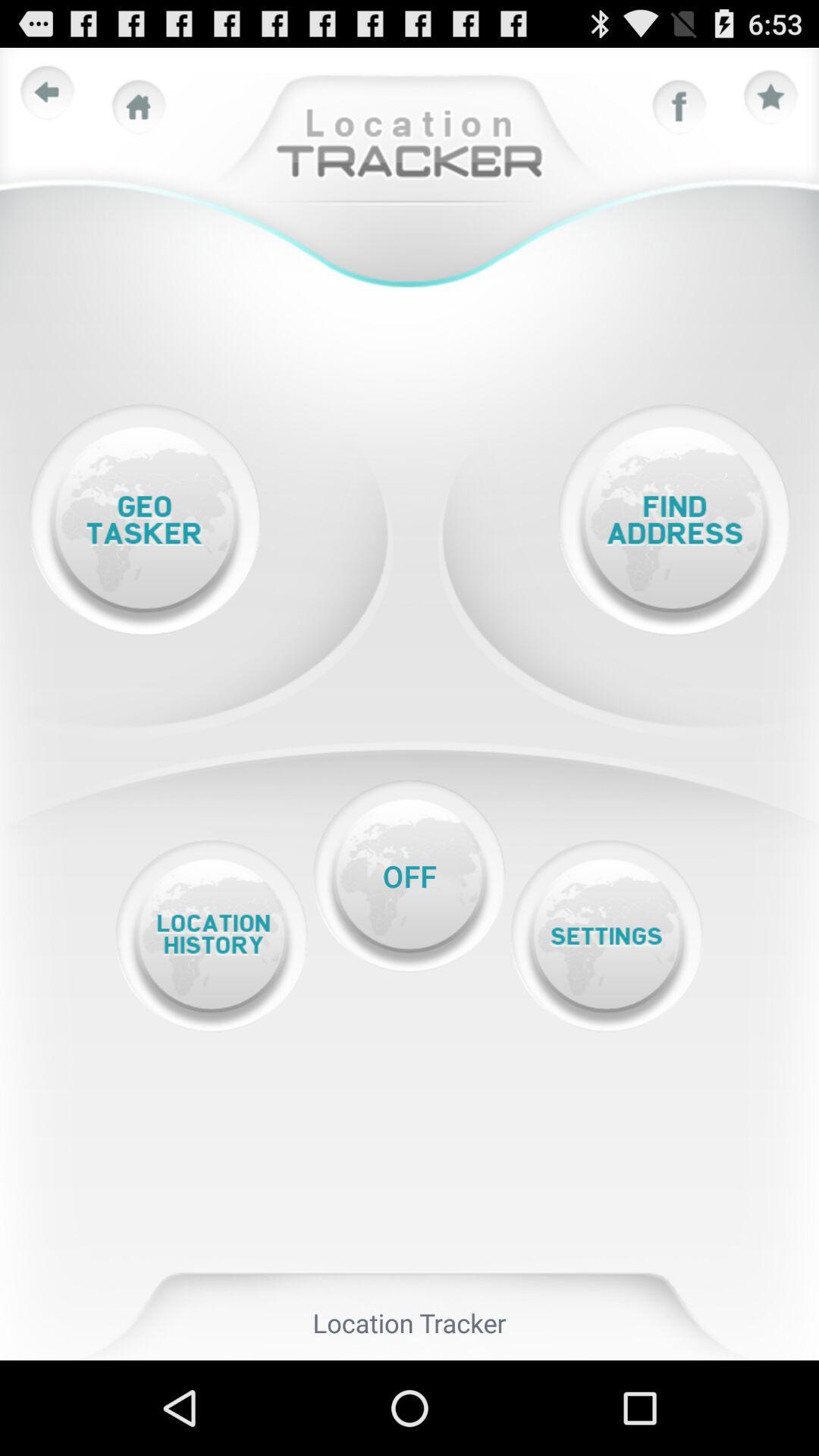  Describe the element at coordinates (679, 106) in the screenshot. I see `facebook option` at that location.